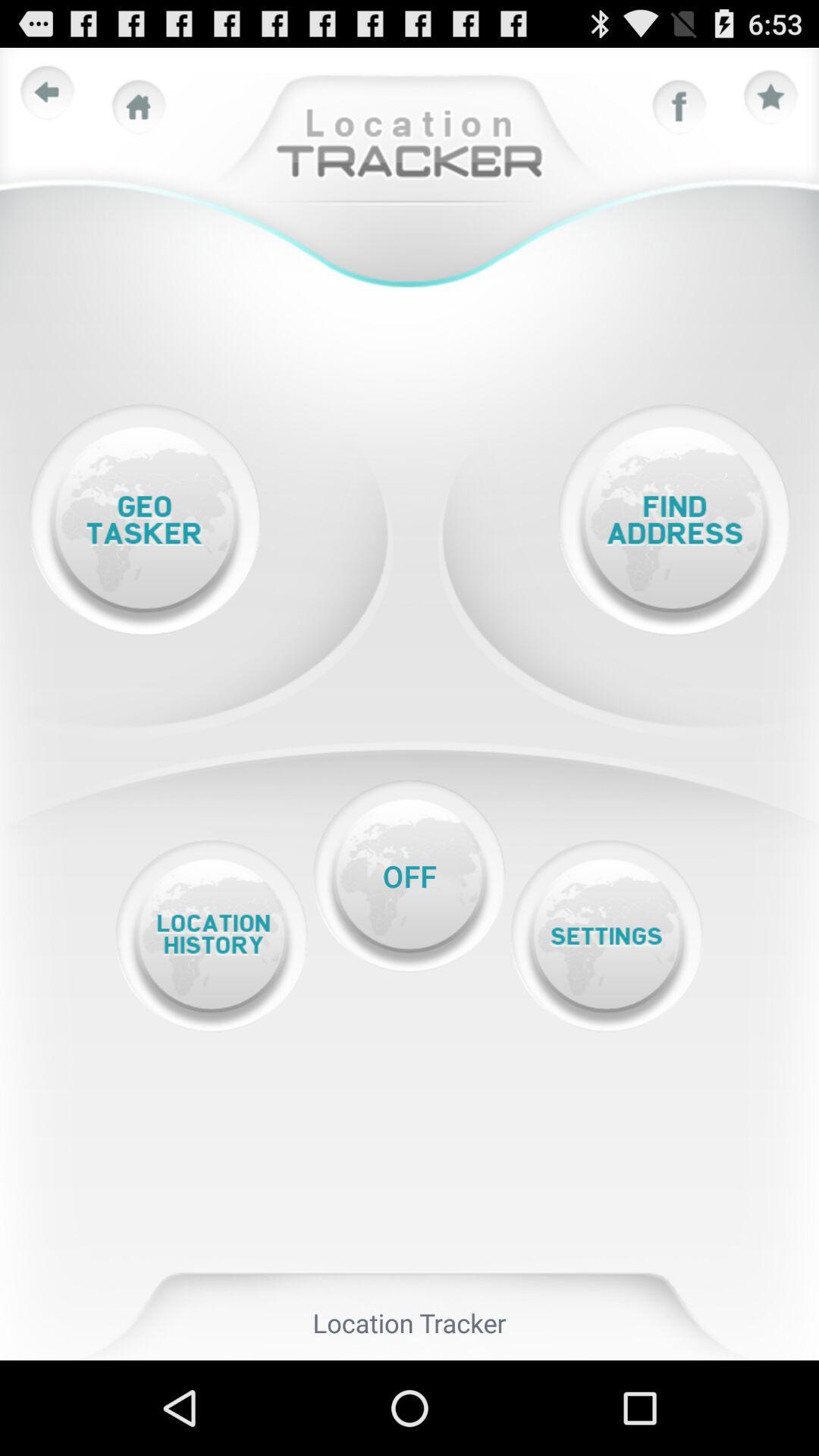  Describe the element at coordinates (679, 106) in the screenshot. I see `facebook option` at that location.